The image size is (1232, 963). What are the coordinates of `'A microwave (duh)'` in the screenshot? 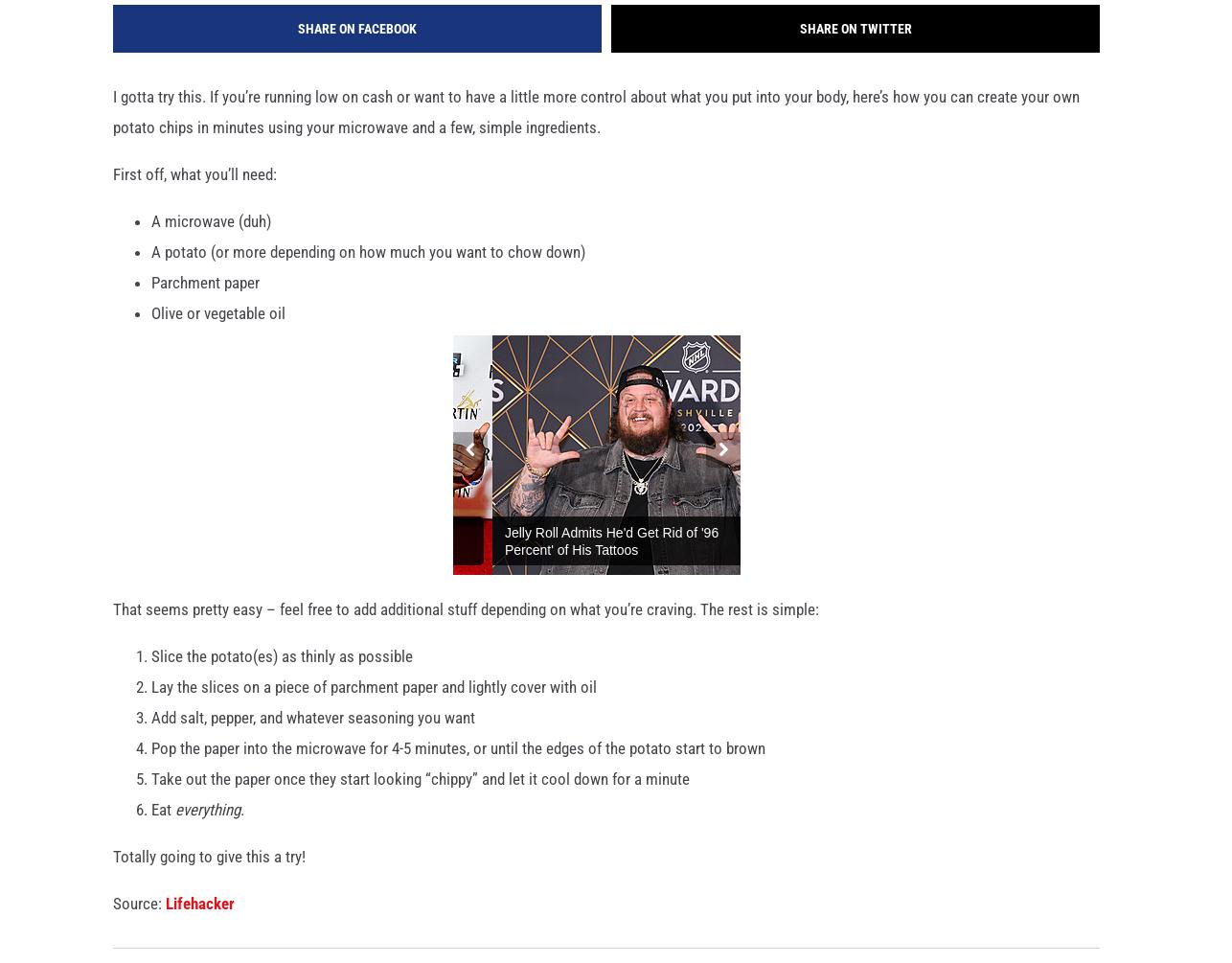 It's located at (211, 228).